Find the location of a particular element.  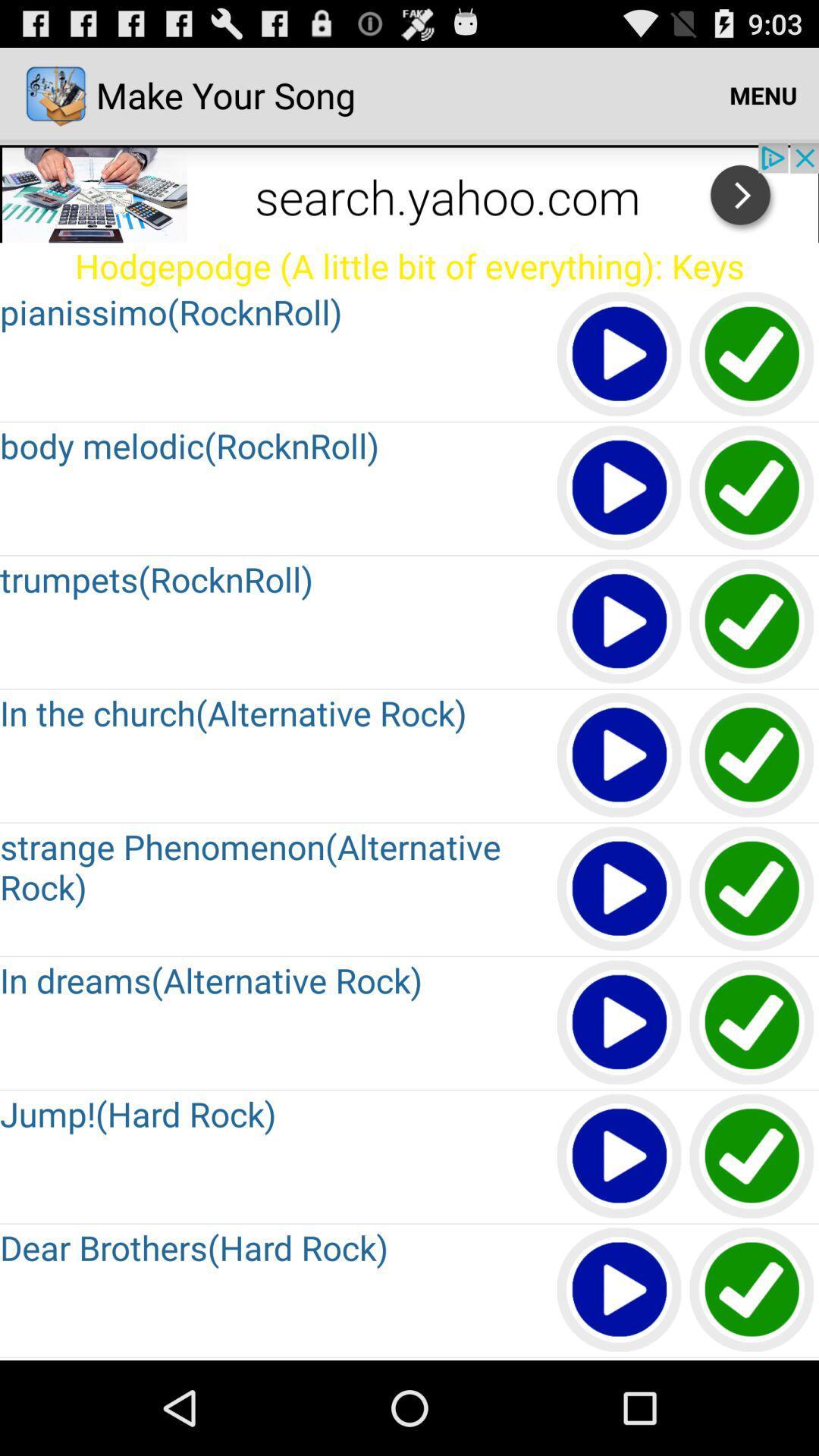

button is located at coordinates (620, 890).